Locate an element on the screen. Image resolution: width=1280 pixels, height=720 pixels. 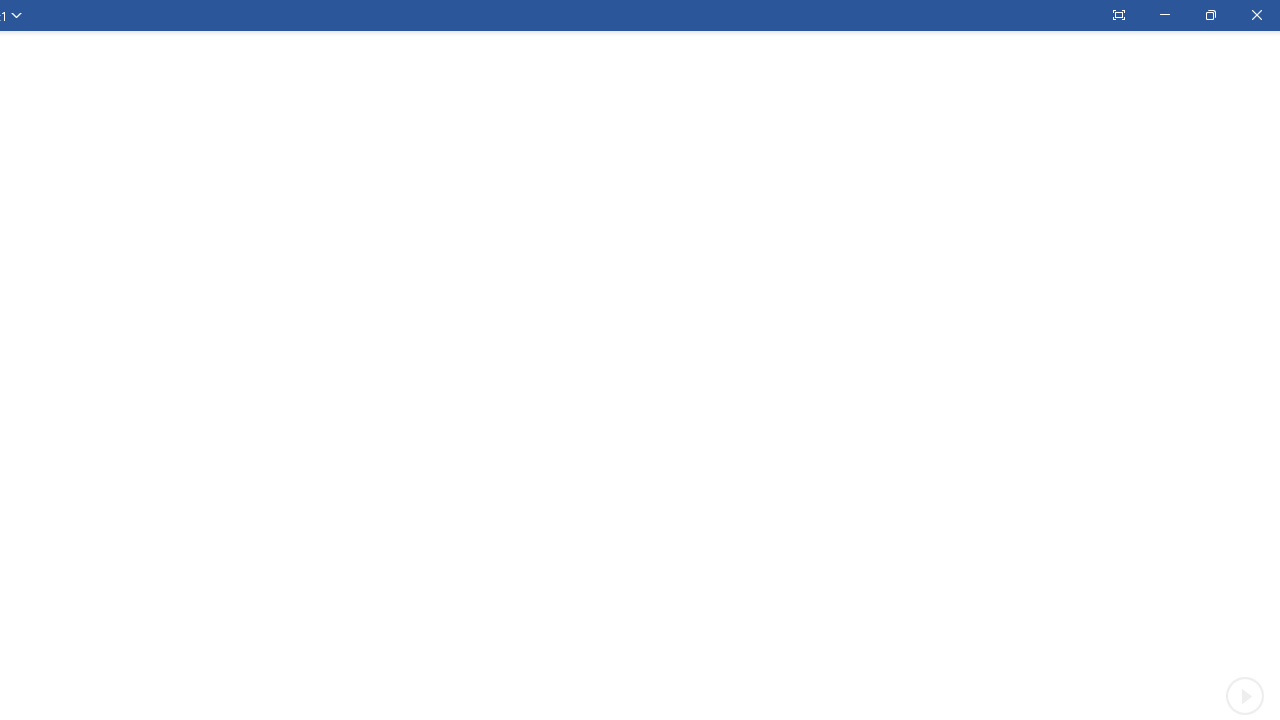
'Minimize' is located at coordinates (1164, 15).